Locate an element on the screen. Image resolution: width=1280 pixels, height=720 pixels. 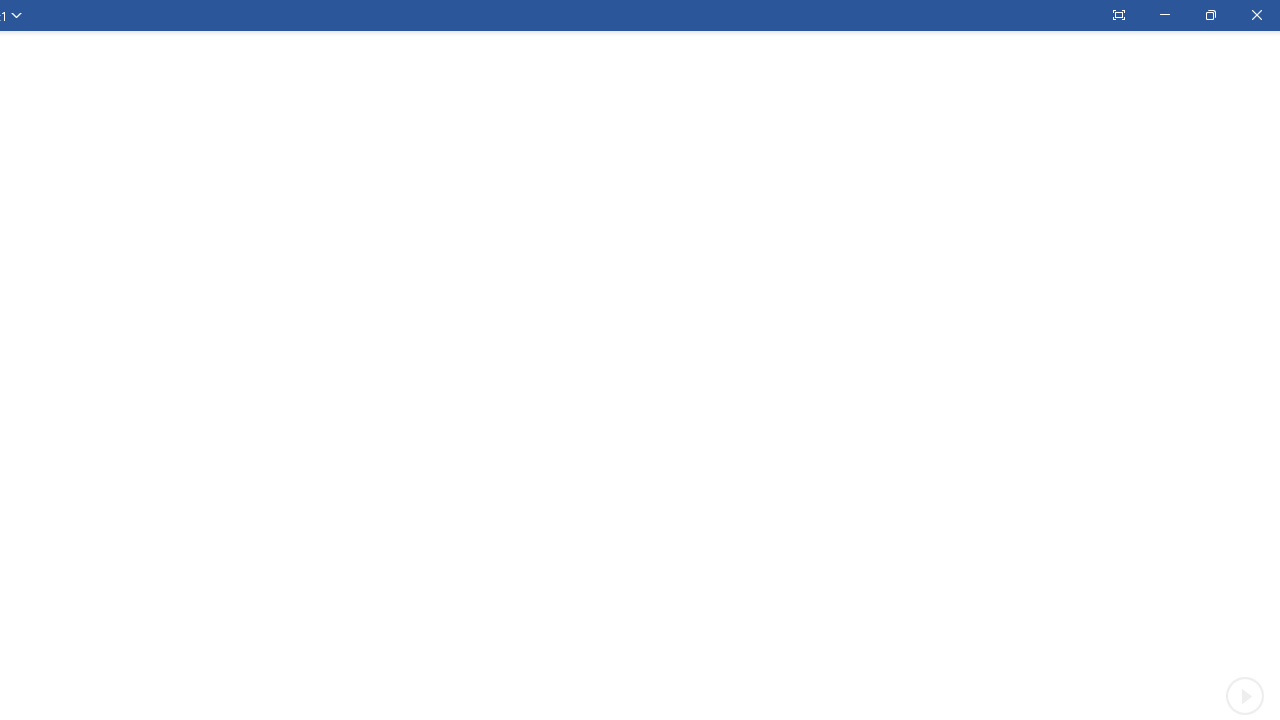
'Minimize' is located at coordinates (1164, 15).